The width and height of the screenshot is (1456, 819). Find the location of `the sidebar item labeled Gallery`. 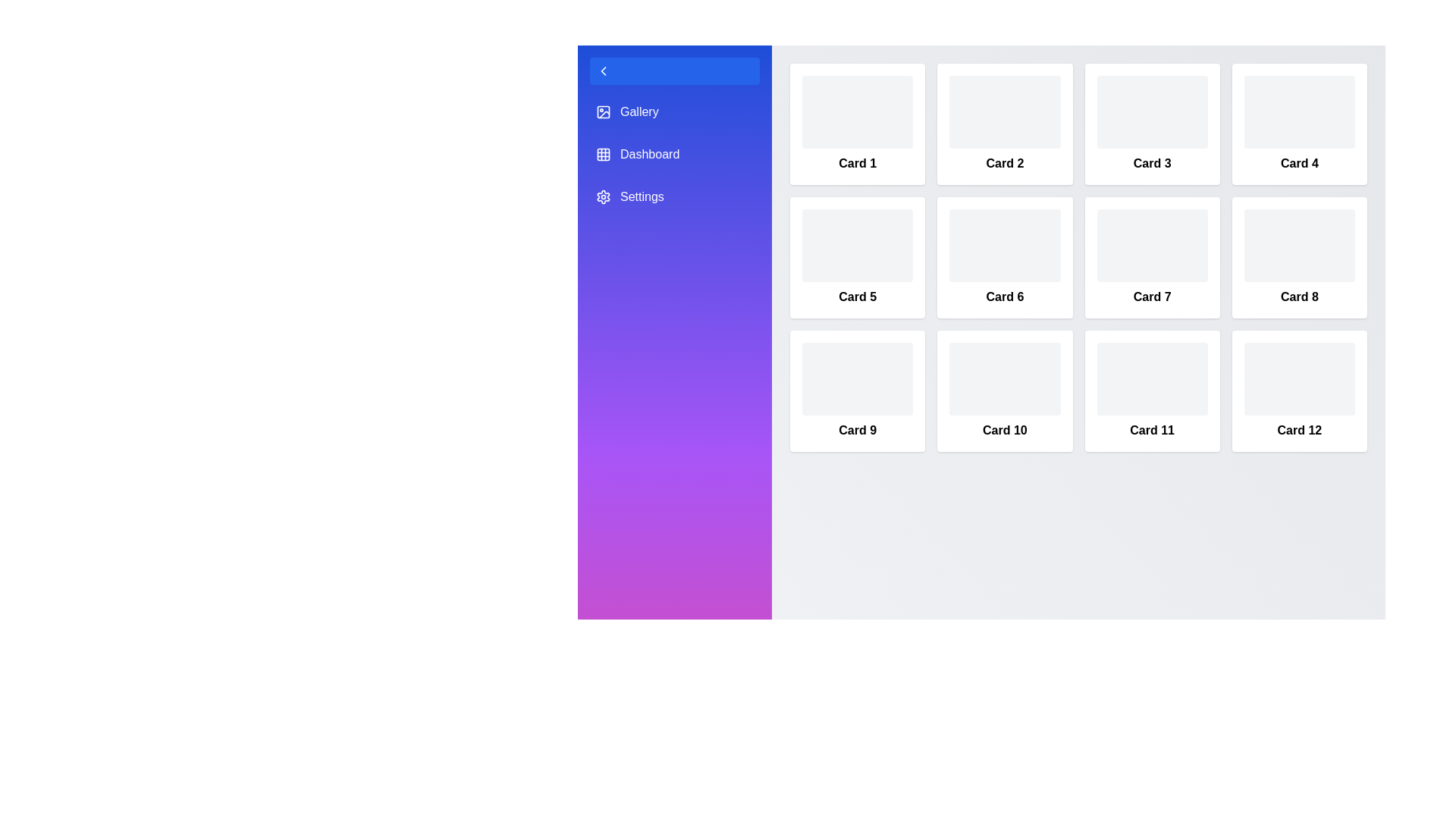

the sidebar item labeled Gallery is located at coordinates (673, 111).